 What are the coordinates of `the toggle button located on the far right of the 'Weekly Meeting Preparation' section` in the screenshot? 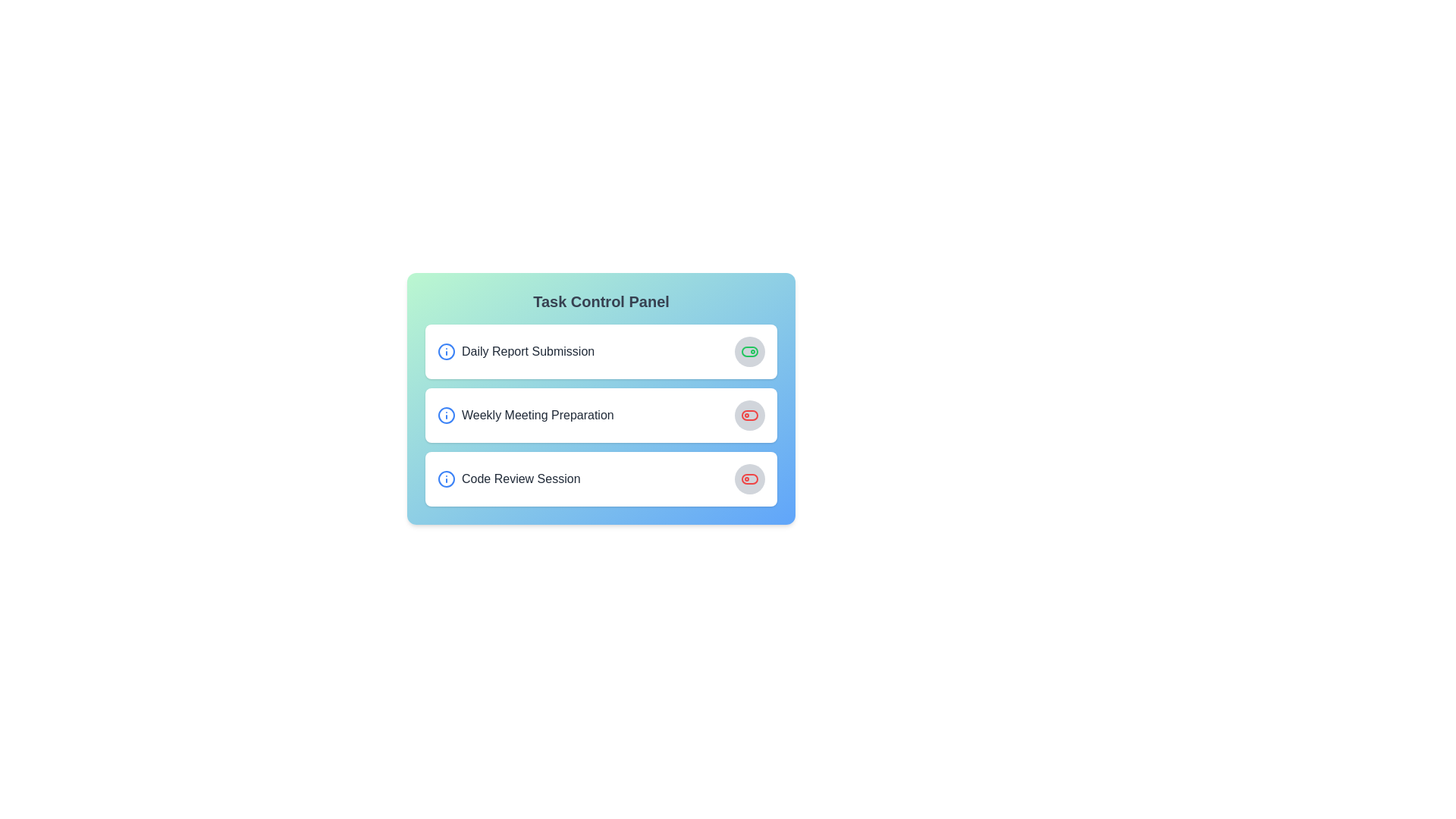 It's located at (749, 415).